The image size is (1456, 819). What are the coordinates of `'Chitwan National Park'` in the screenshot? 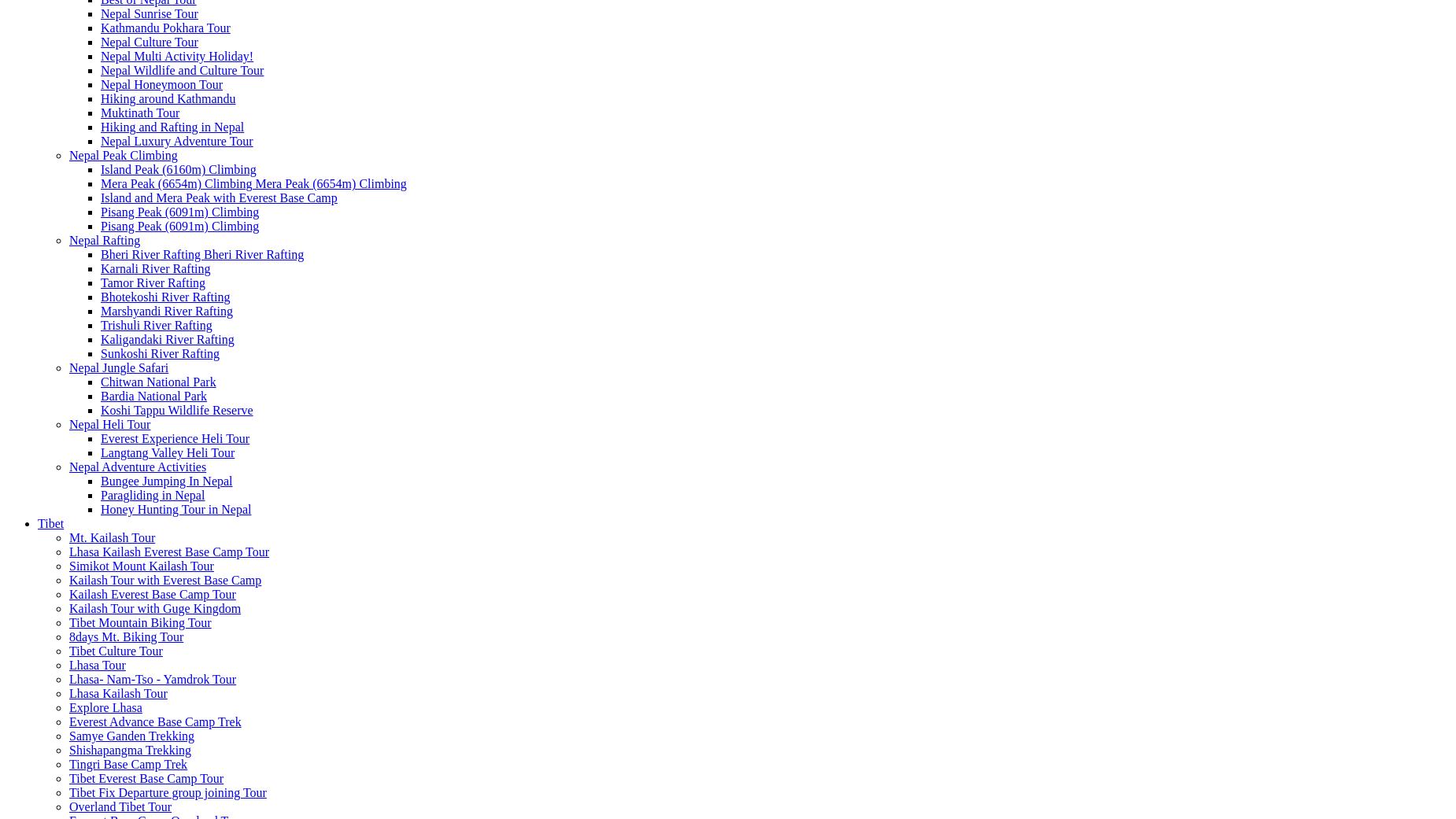 It's located at (157, 381).